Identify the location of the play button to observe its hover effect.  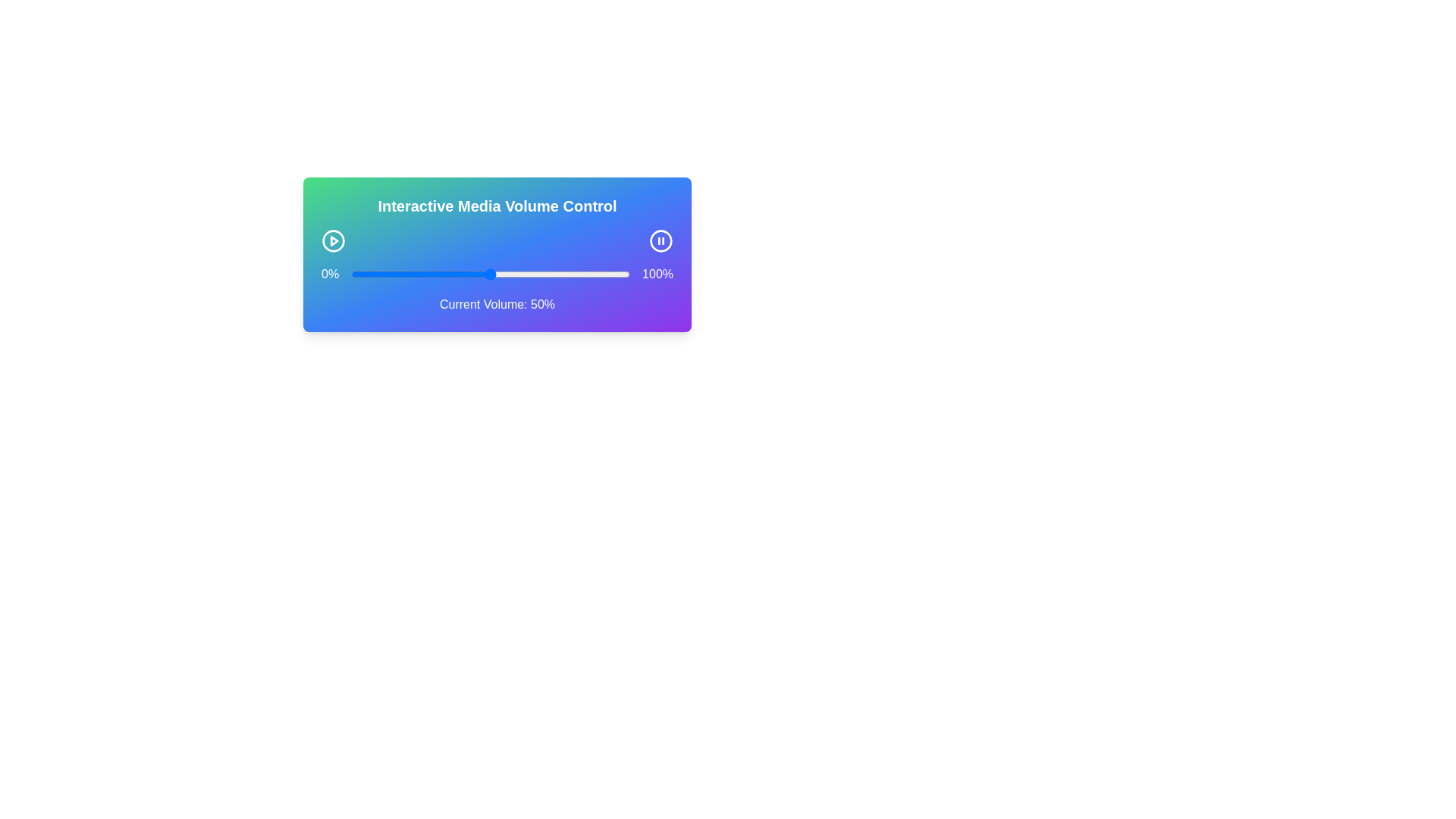
(333, 240).